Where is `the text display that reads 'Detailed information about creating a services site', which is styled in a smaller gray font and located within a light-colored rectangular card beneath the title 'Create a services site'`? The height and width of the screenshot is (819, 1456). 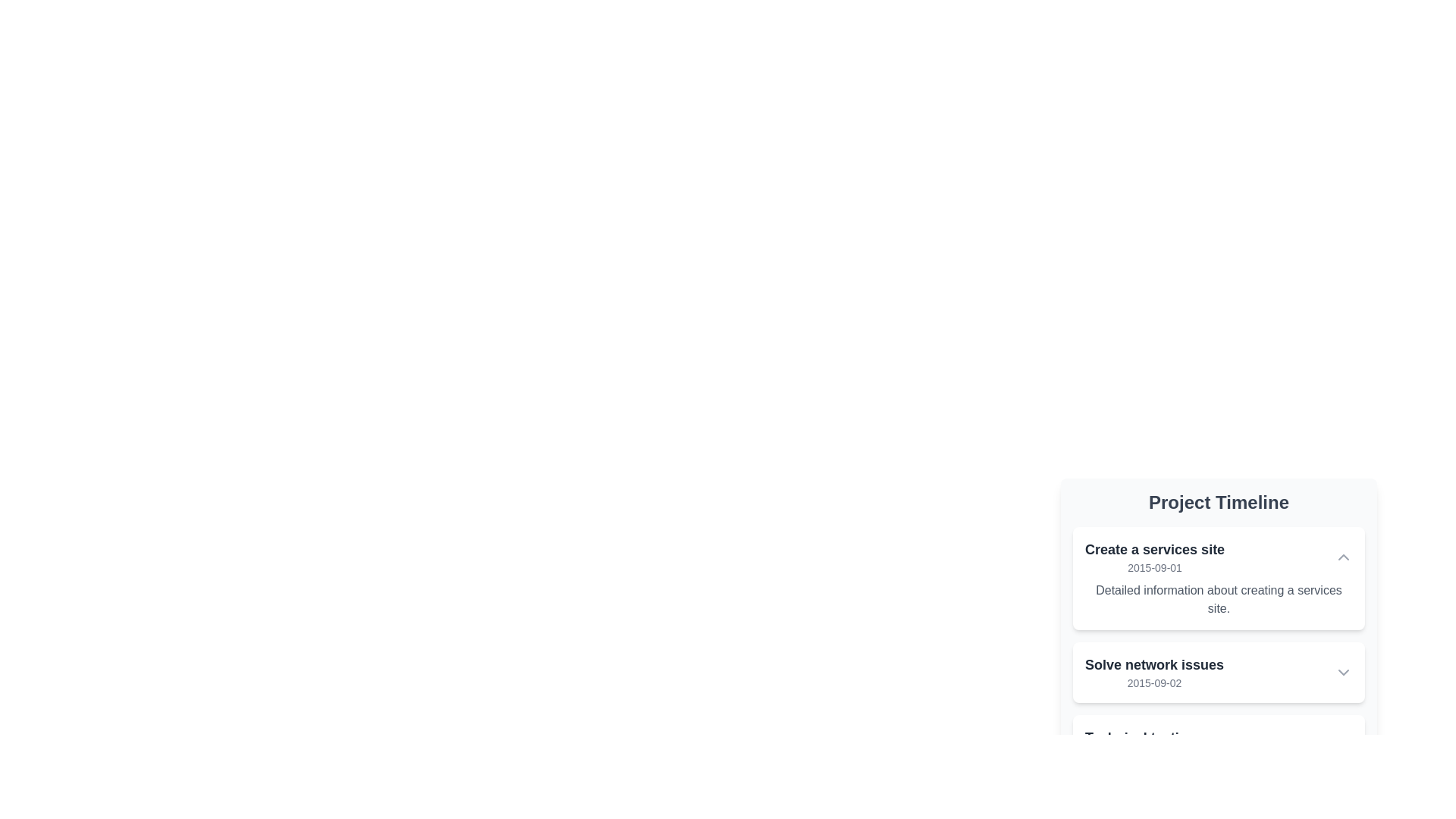 the text display that reads 'Detailed information about creating a services site', which is styled in a smaller gray font and located within a light-colored rectangular card beneath the title 'Create a services site' is located at coordinates (1219, 598).